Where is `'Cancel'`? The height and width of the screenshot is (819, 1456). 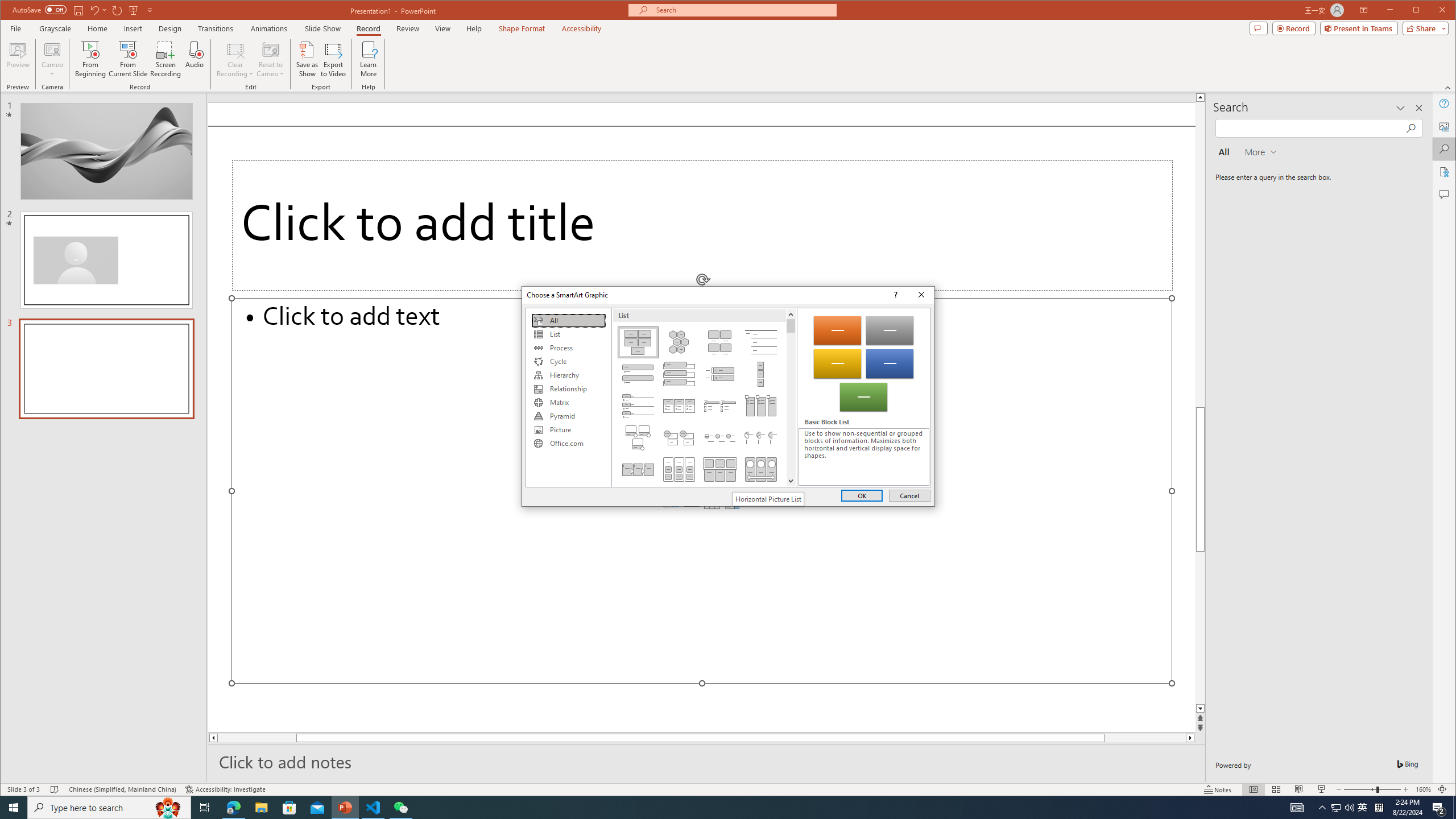
'Cancel' is located at coordinates (908, 495).